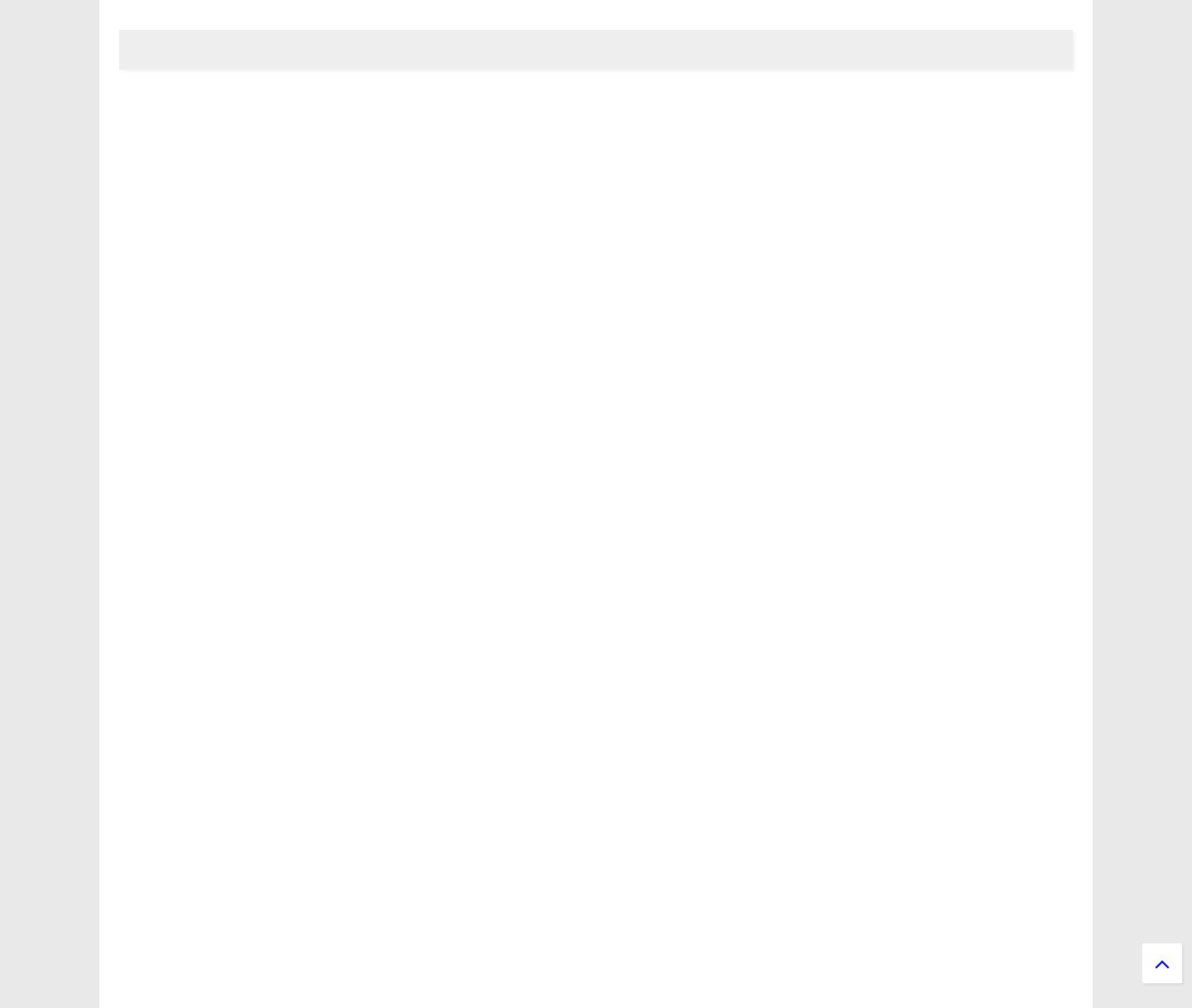 The image size is (1192, 1008). Describe the element at coordinates (172, 48) in the screenshot. I see `'MENU'` at that location.